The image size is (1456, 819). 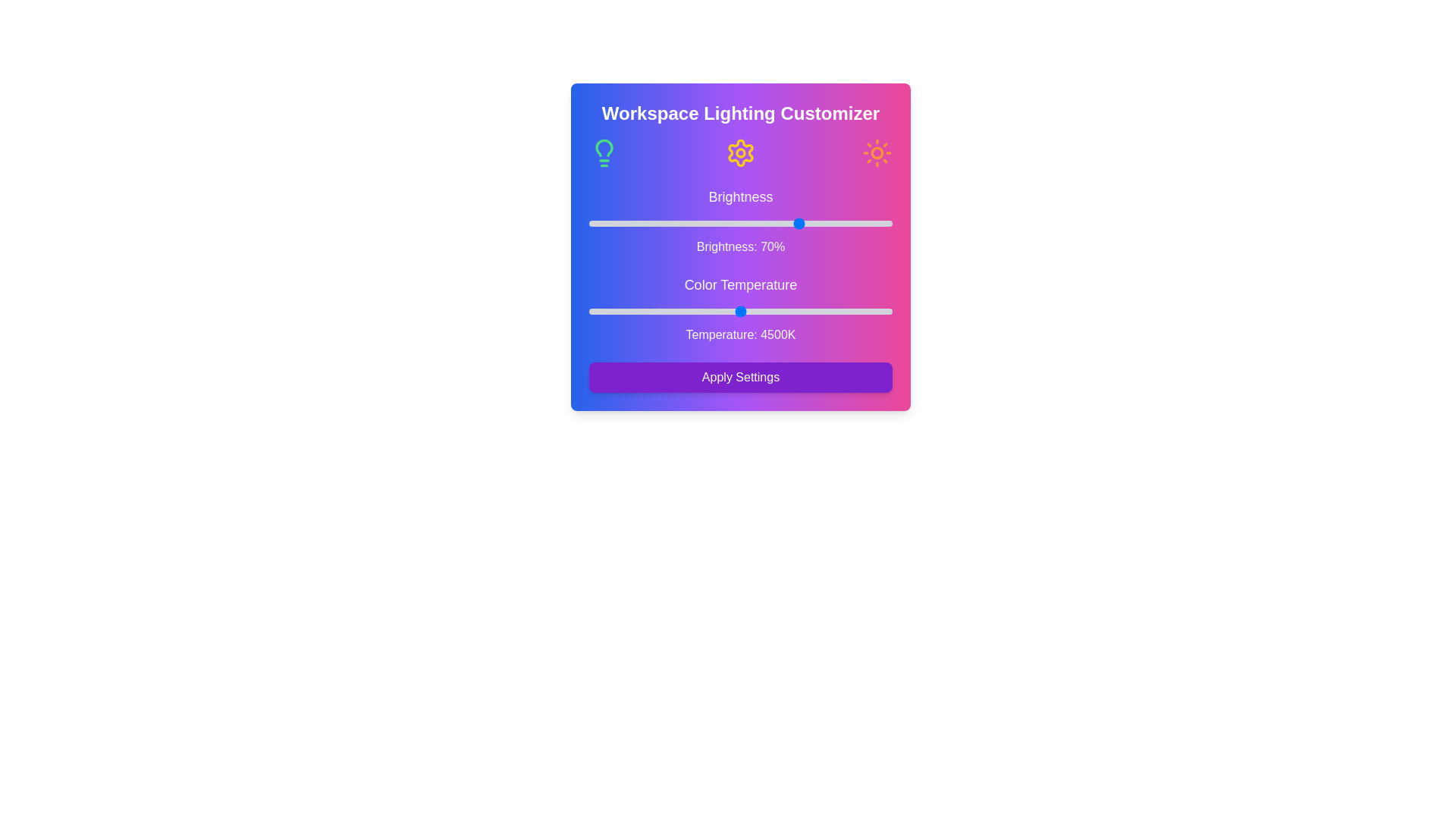 What do you see at coordinates (603, 152) in the screenshot?
I see `the Lightbulb icon to interact with it` at bounding box center [603, 152].